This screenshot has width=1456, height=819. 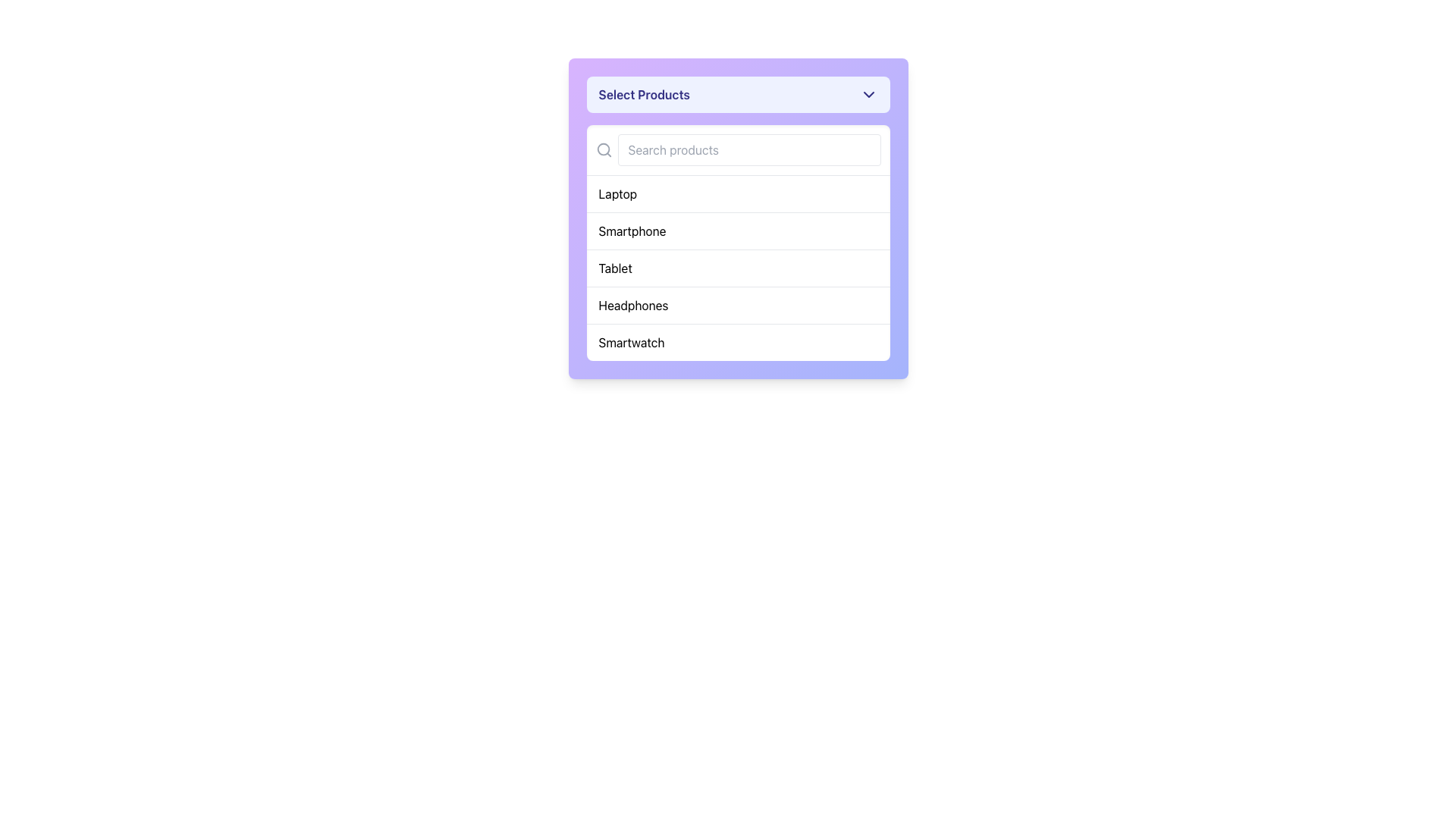 What do you see at coordinates (631, 342) in the screenshot?
I see `the 'Smartwatch' option in the dropdown menu` at bounding box center [631, 342].